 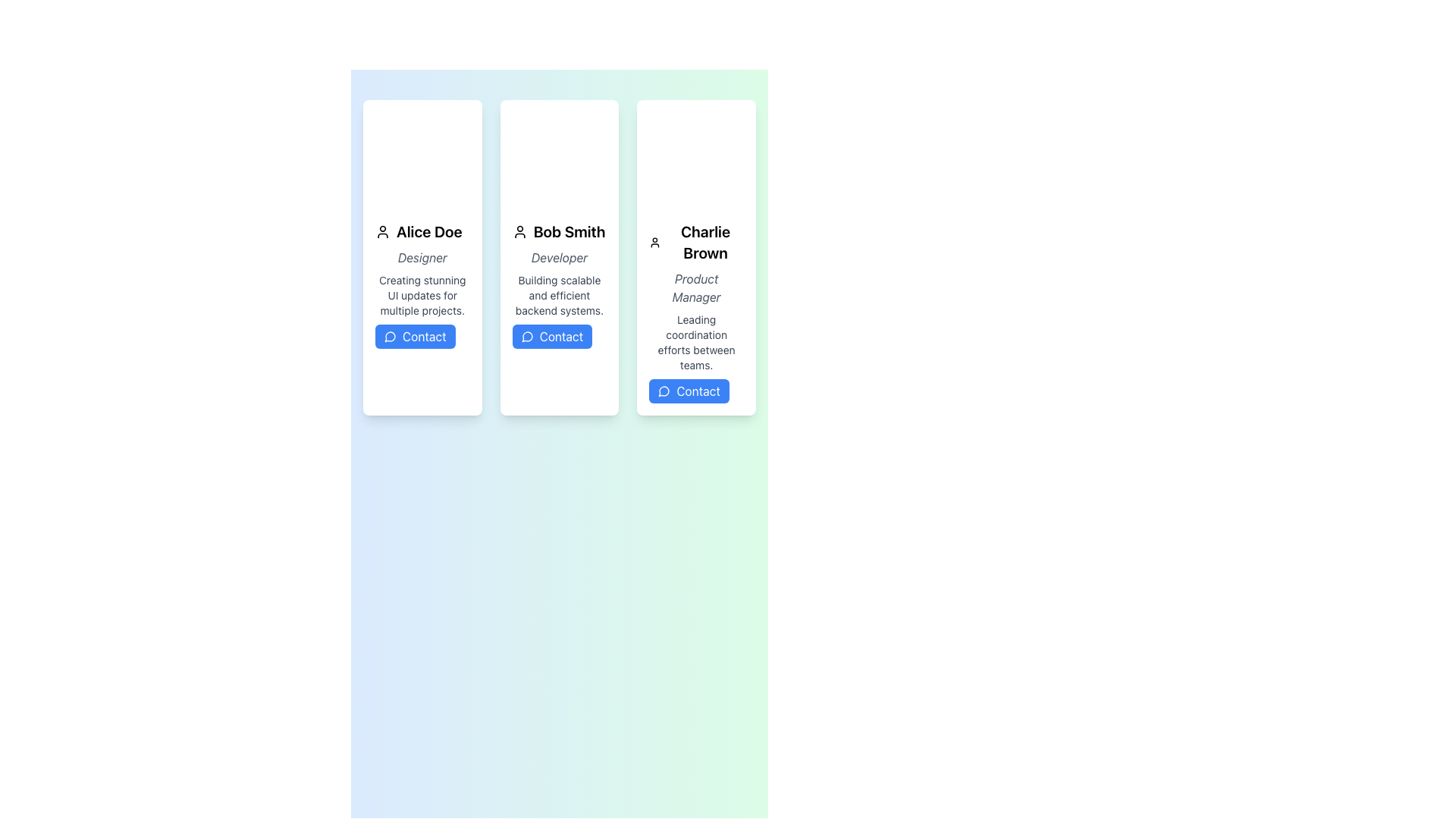 I want to click on the blue rectangular button with rounded corners labeled 'Contact', which includes a speech bubble icon, located at the bottom of the card layout for 'Alice Doe', so click(x=415, y=335).